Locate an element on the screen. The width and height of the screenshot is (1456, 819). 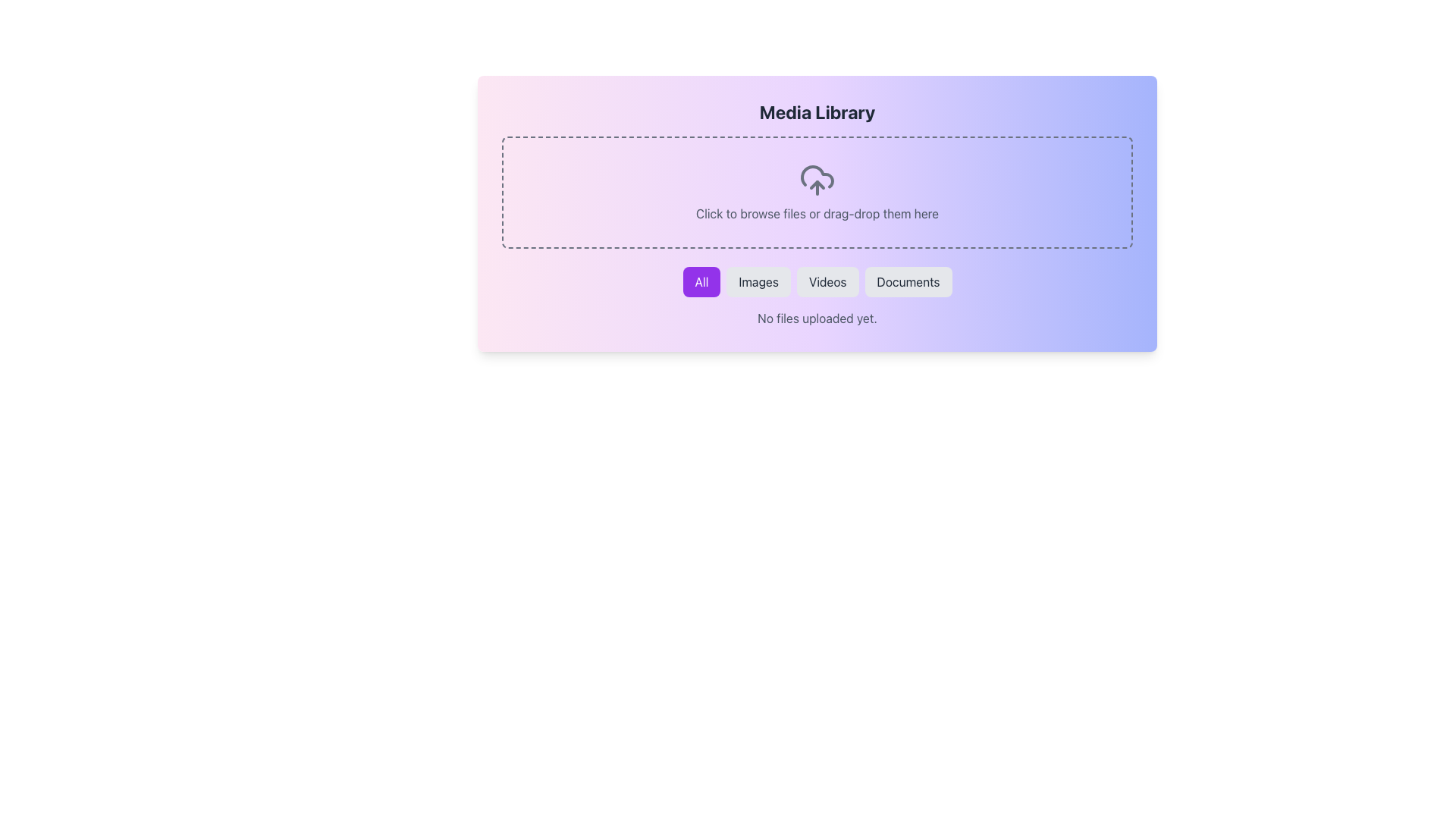
instructional text label guiding users on how to upload files, located prominently in the middle of the main view below the upload icon and above the filter buttons is located at coordinates (817, 213).